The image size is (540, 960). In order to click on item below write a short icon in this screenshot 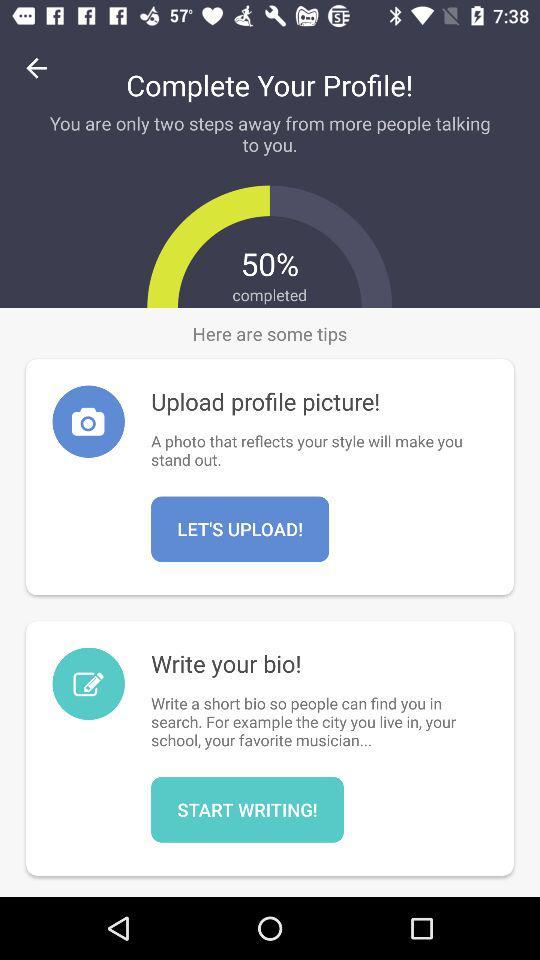, I will do `click(247, 809)`.